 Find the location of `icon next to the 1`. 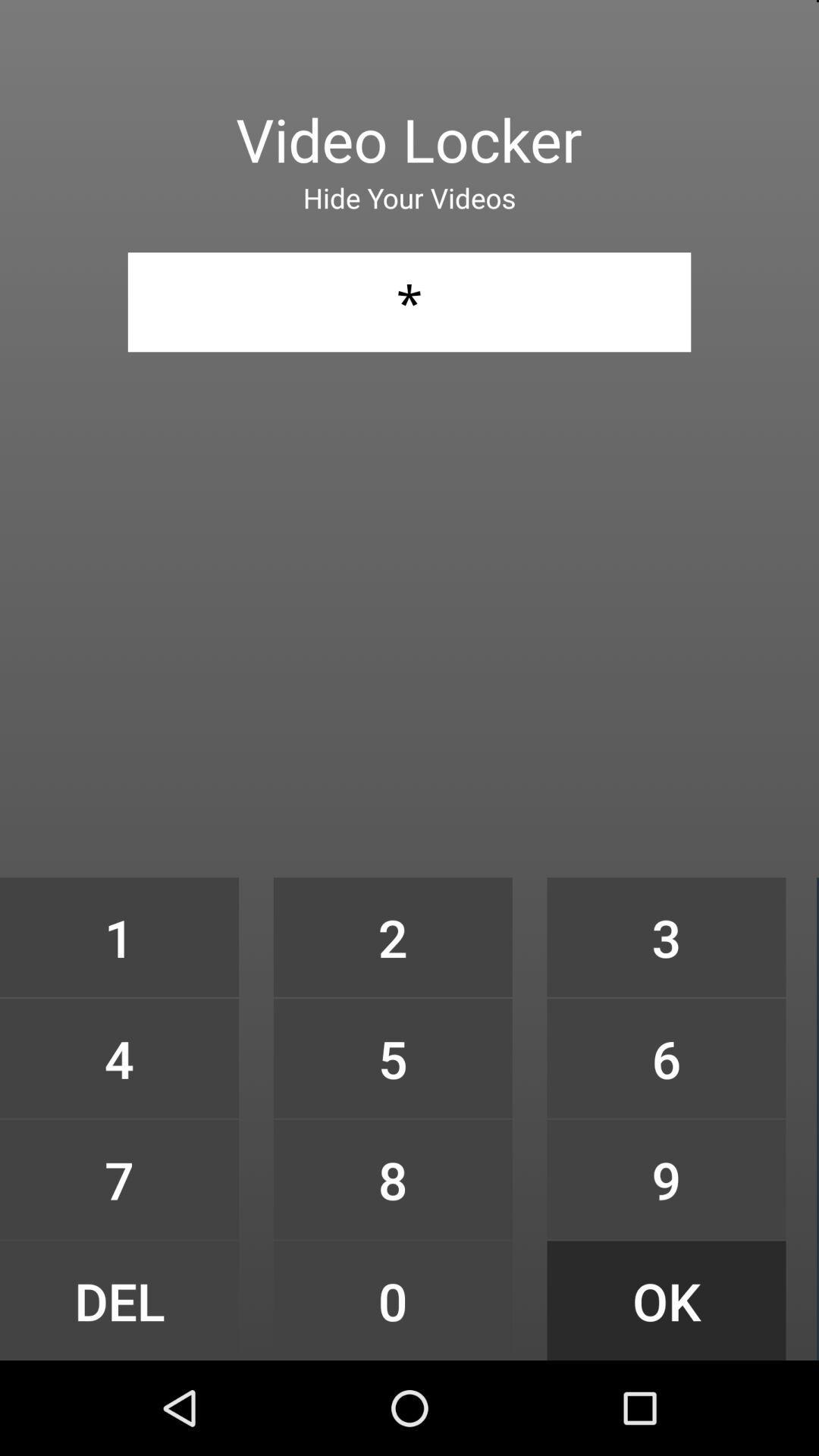

icon next to the 1 is located at coordinates (392, 1057).